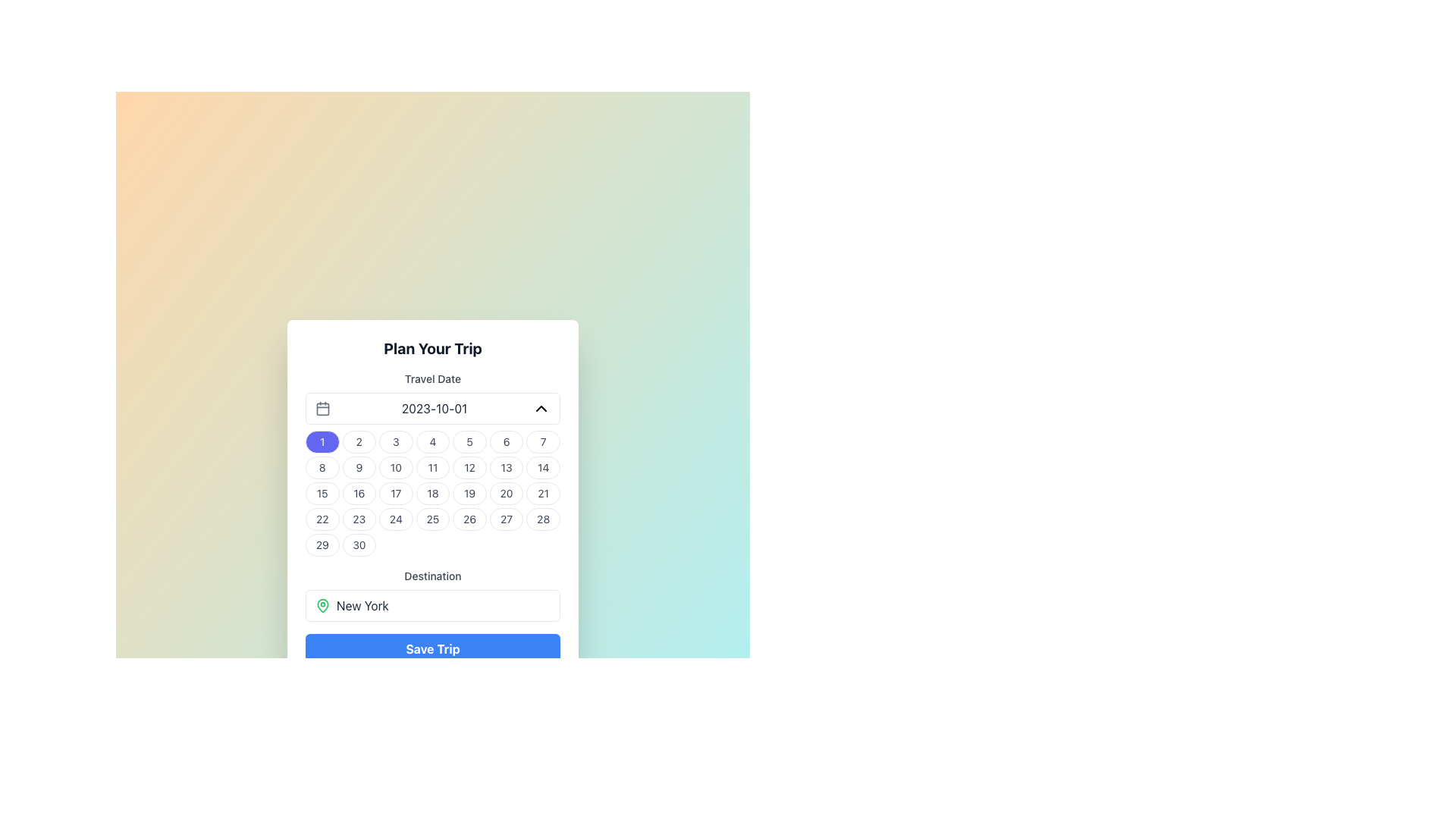 This screenshot has width=1456, height=819. What do you see at coordinates (432, 519) in the screenshot?
I see `the circular button with a white background and the text '25' in bold, located in the 25th position of the calendar grid layout` at bounding box center [432, 519].